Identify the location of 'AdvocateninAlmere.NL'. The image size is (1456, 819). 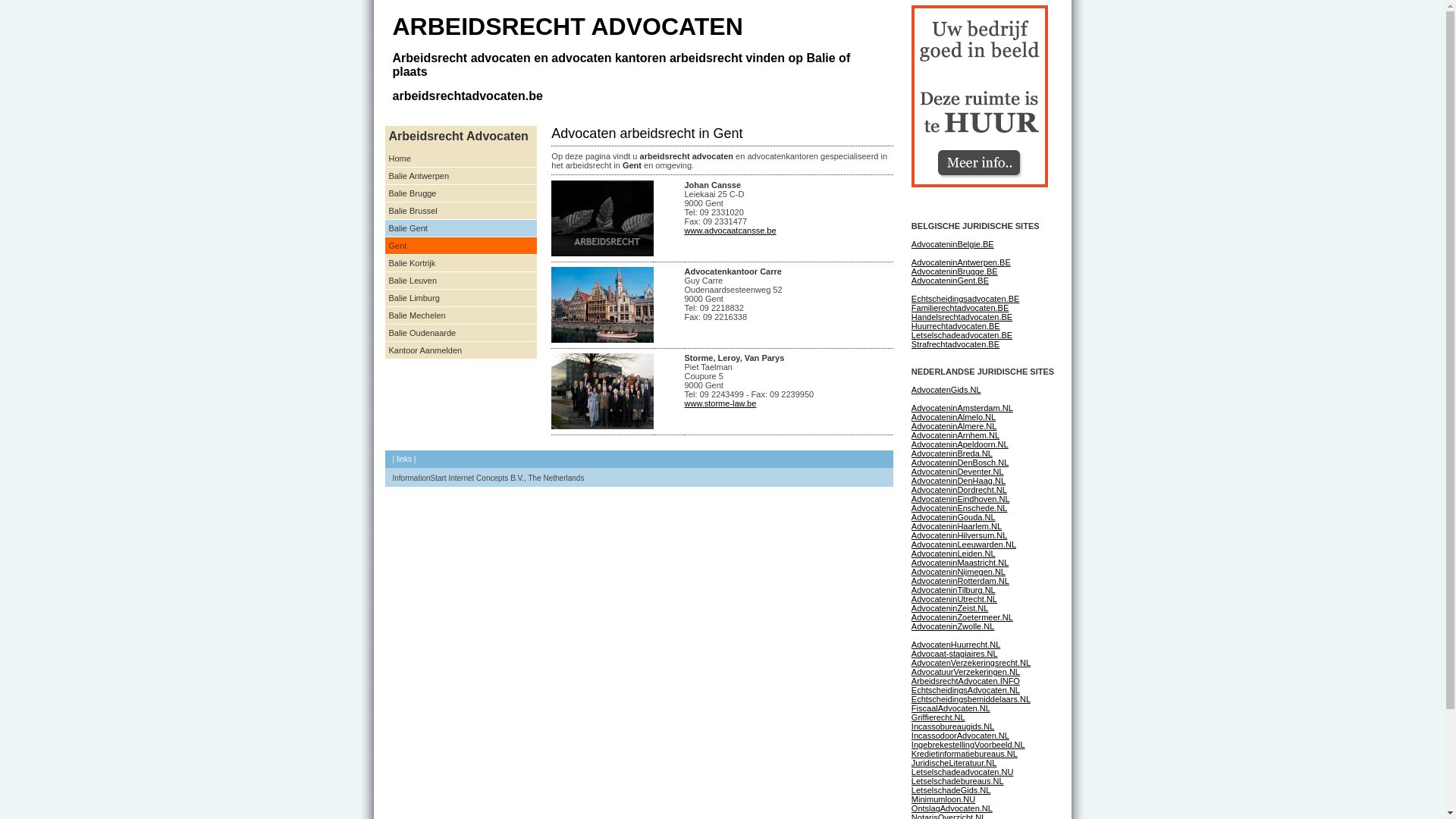
(953, 426).